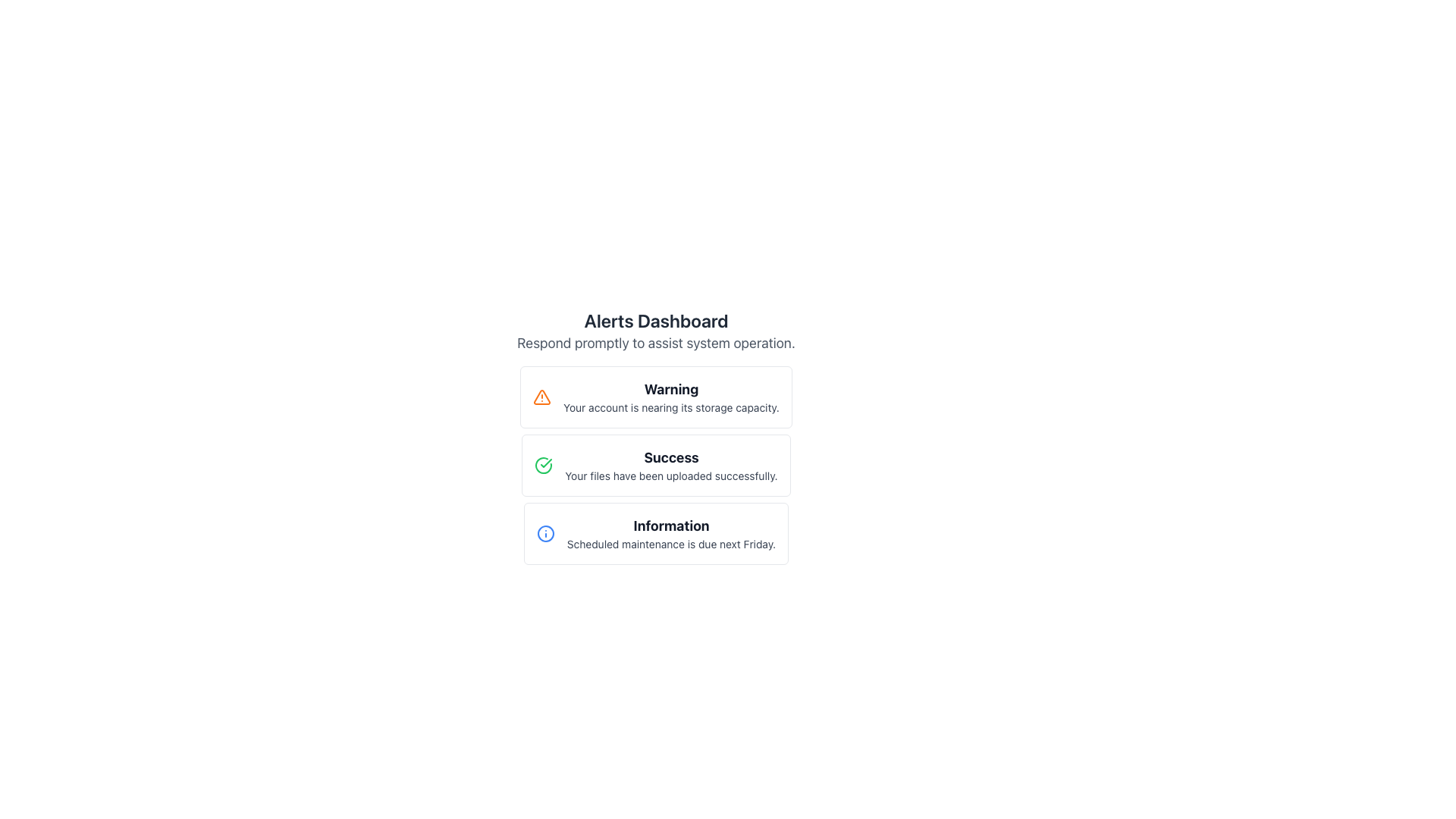 Image resolution: width=1456 pixels, height=819 pixels. What do you see at coordinates (670, 397) in the screenshot?
I see `warning message displayed in the first alert box indicating the account is nearing its storage capacity` at bounding box center [670, 397].